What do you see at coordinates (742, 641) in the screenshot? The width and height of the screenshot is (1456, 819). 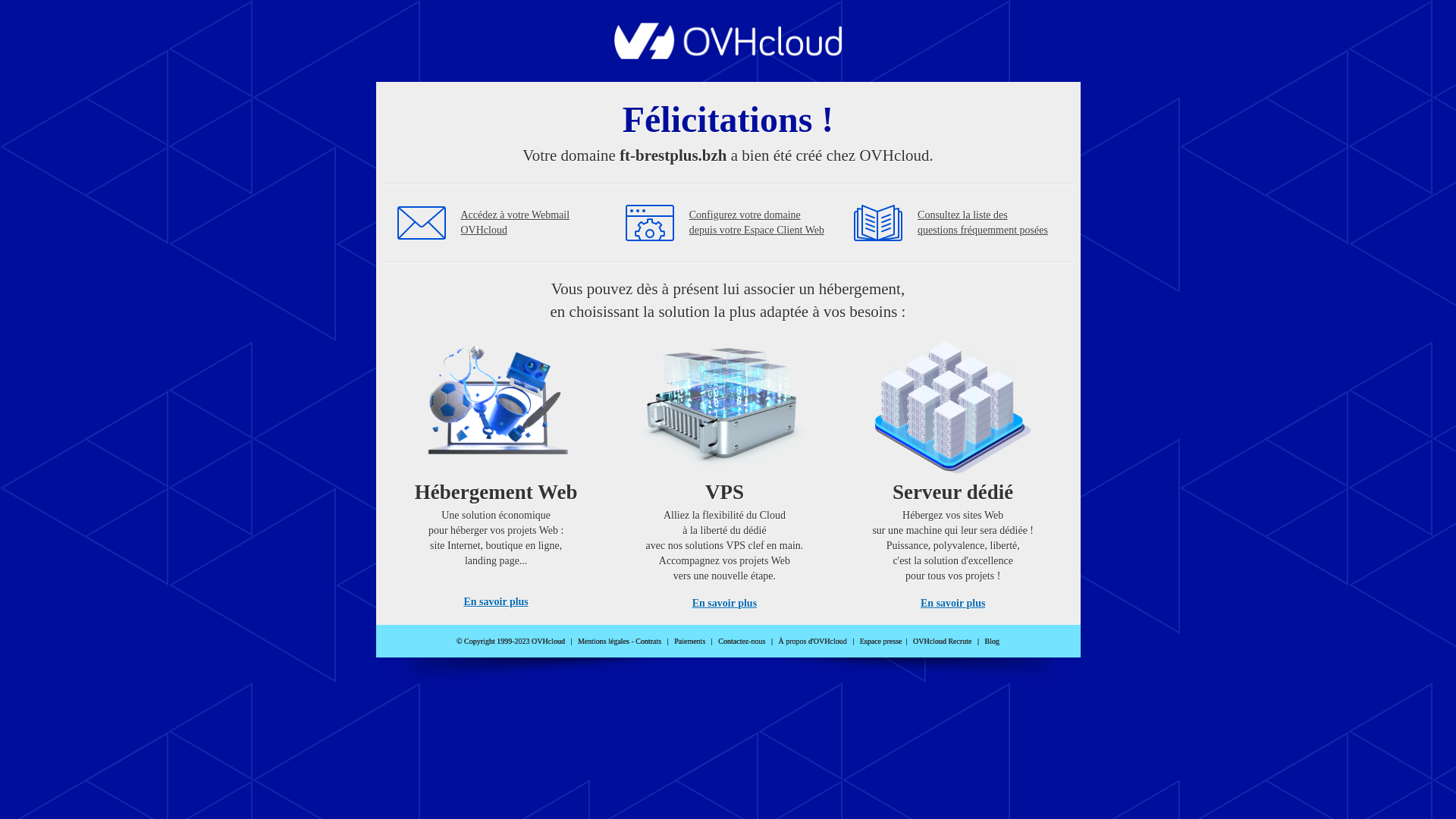 I see `'Contactez-nous'` at bounding box center [742, 641].